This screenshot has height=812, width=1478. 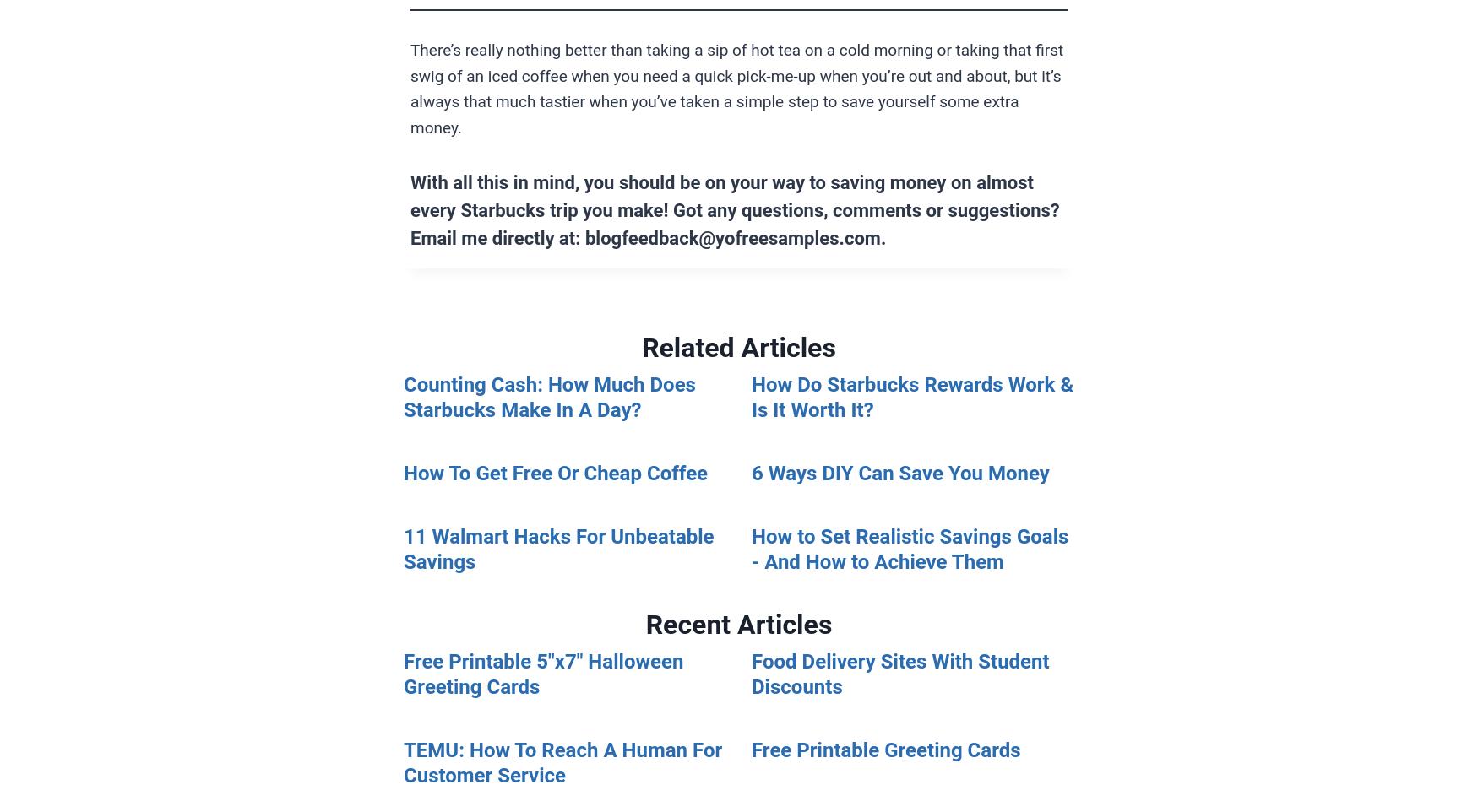 I want to click on 'TEMU: How To Reach A Human For Customer Service', so click(x=562, y=761).